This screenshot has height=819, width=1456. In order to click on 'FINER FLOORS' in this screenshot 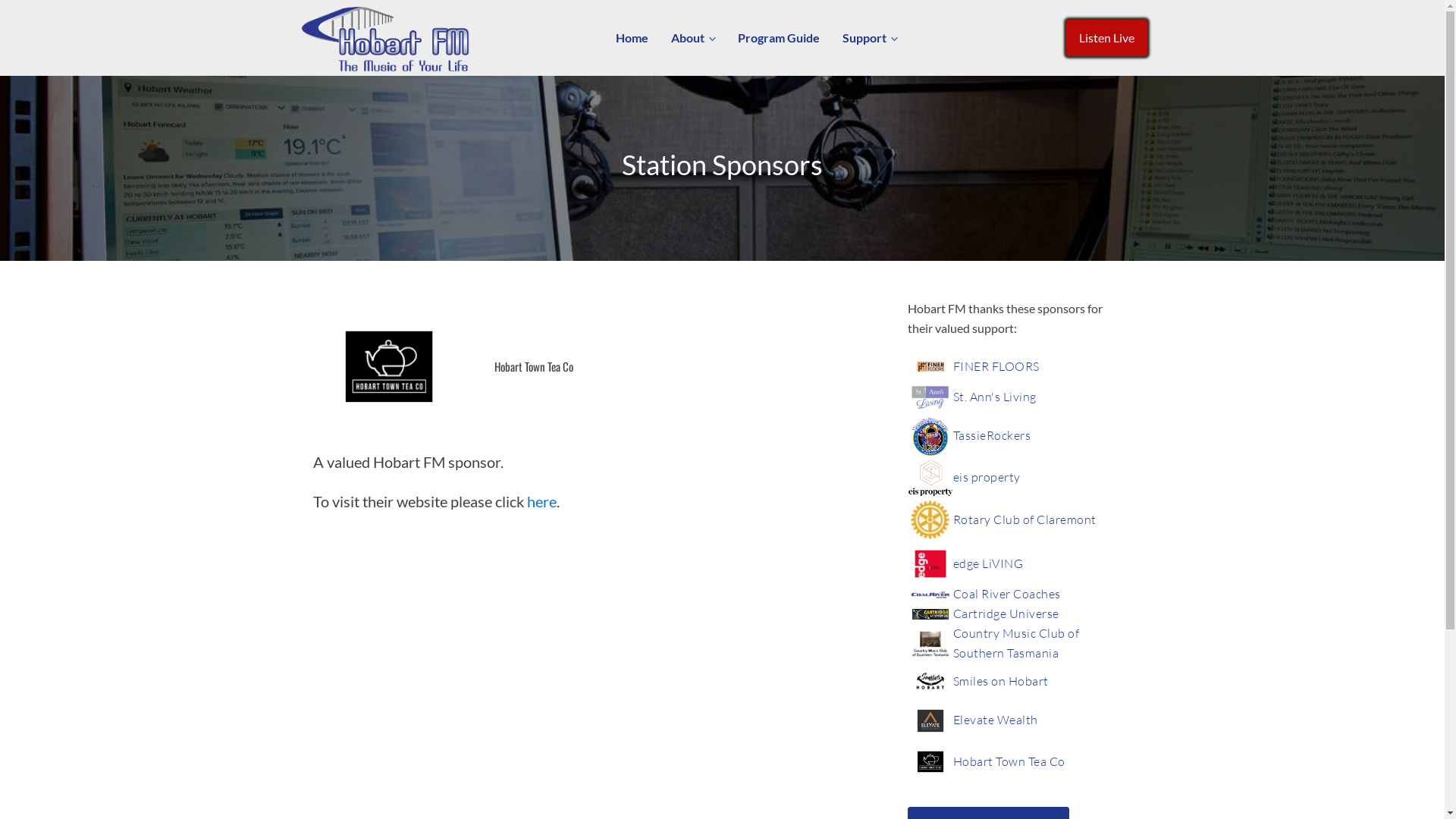, I will do `click(996, 366)`.